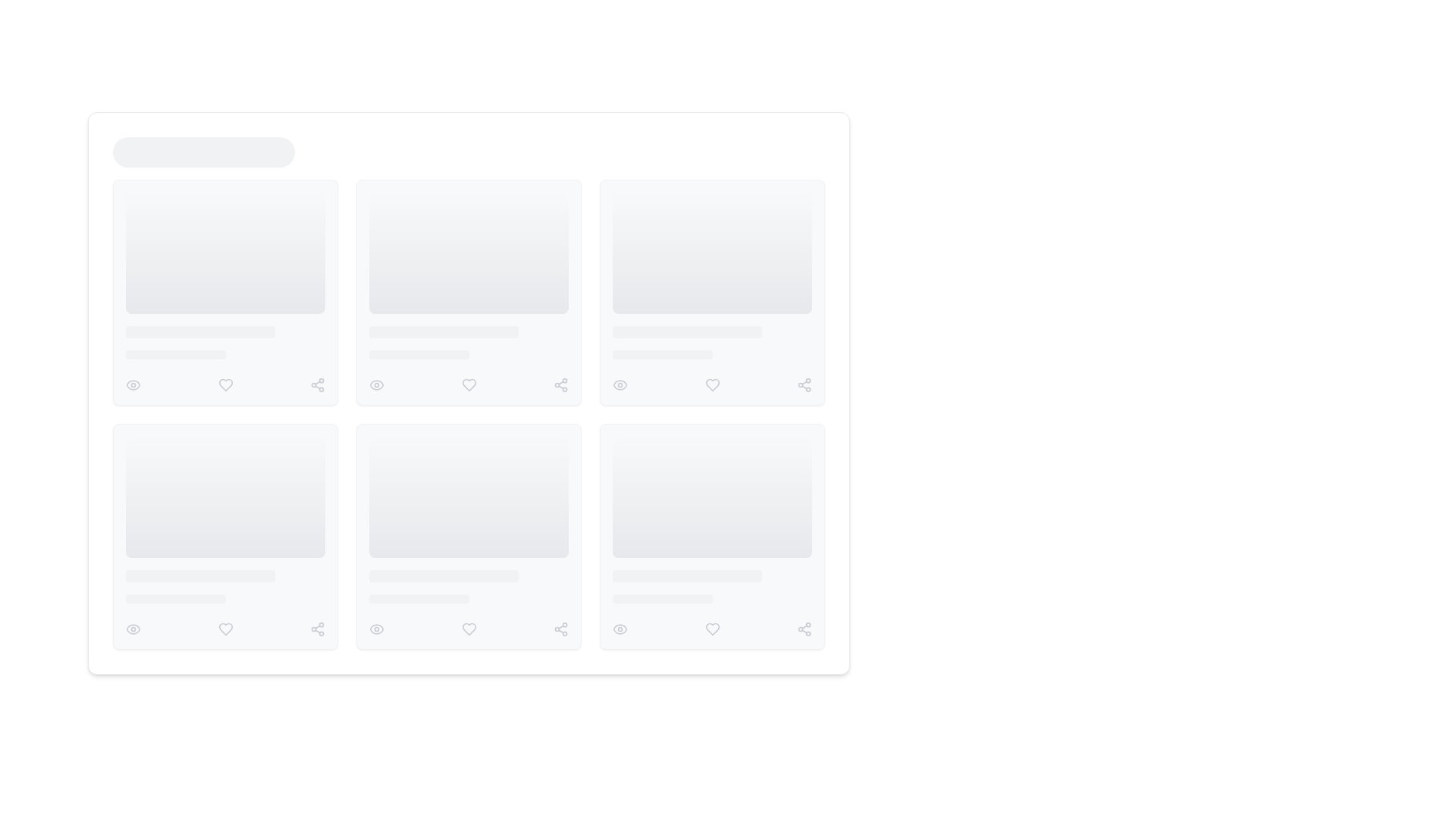 The image size is (1456, 819). I want to click on the 'share' icon button represented by three interconnected circles in gray, located in the toolbar section of a card, so click(803, 384).